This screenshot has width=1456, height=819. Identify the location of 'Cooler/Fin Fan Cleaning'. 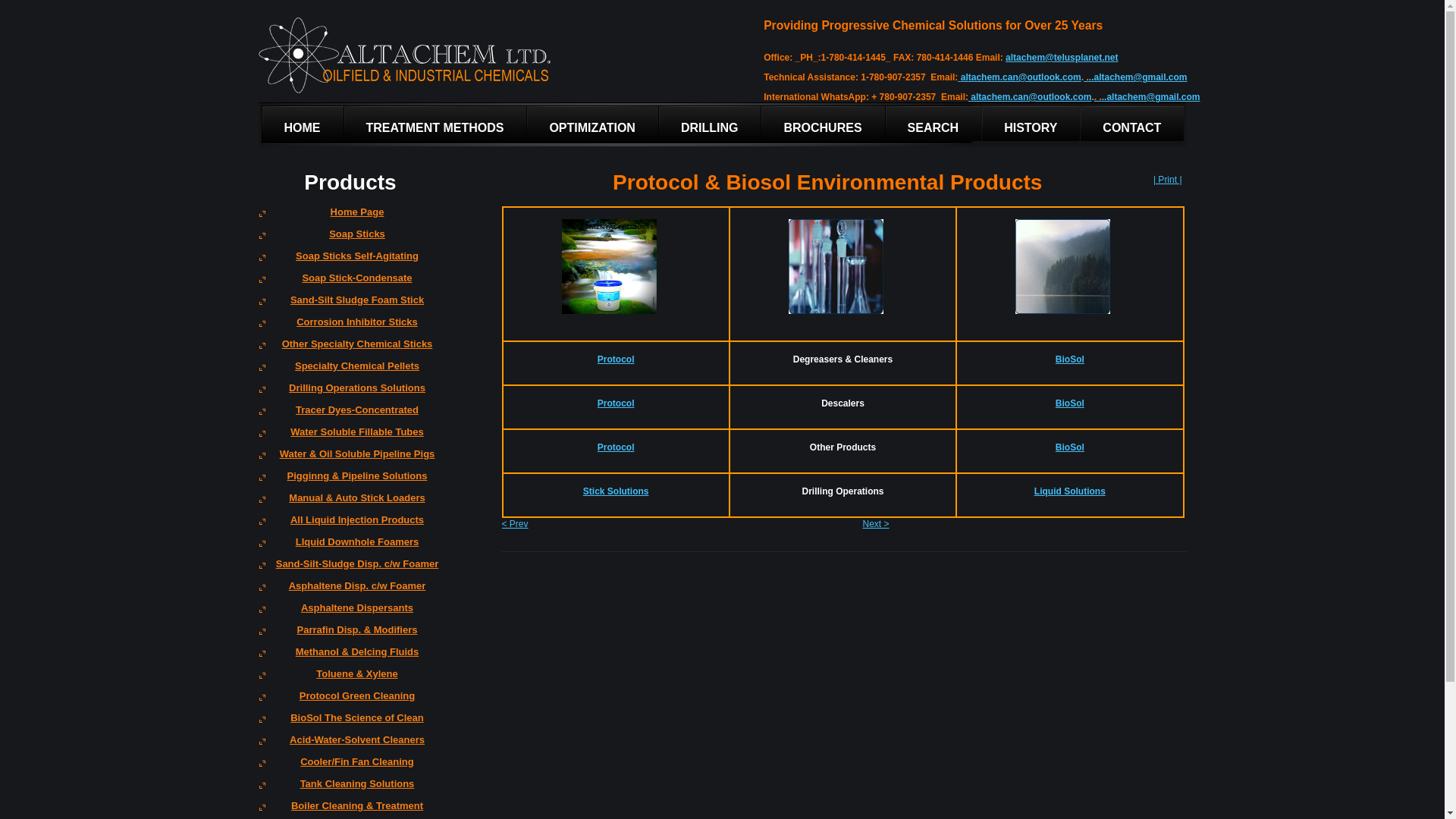
(350, 767).